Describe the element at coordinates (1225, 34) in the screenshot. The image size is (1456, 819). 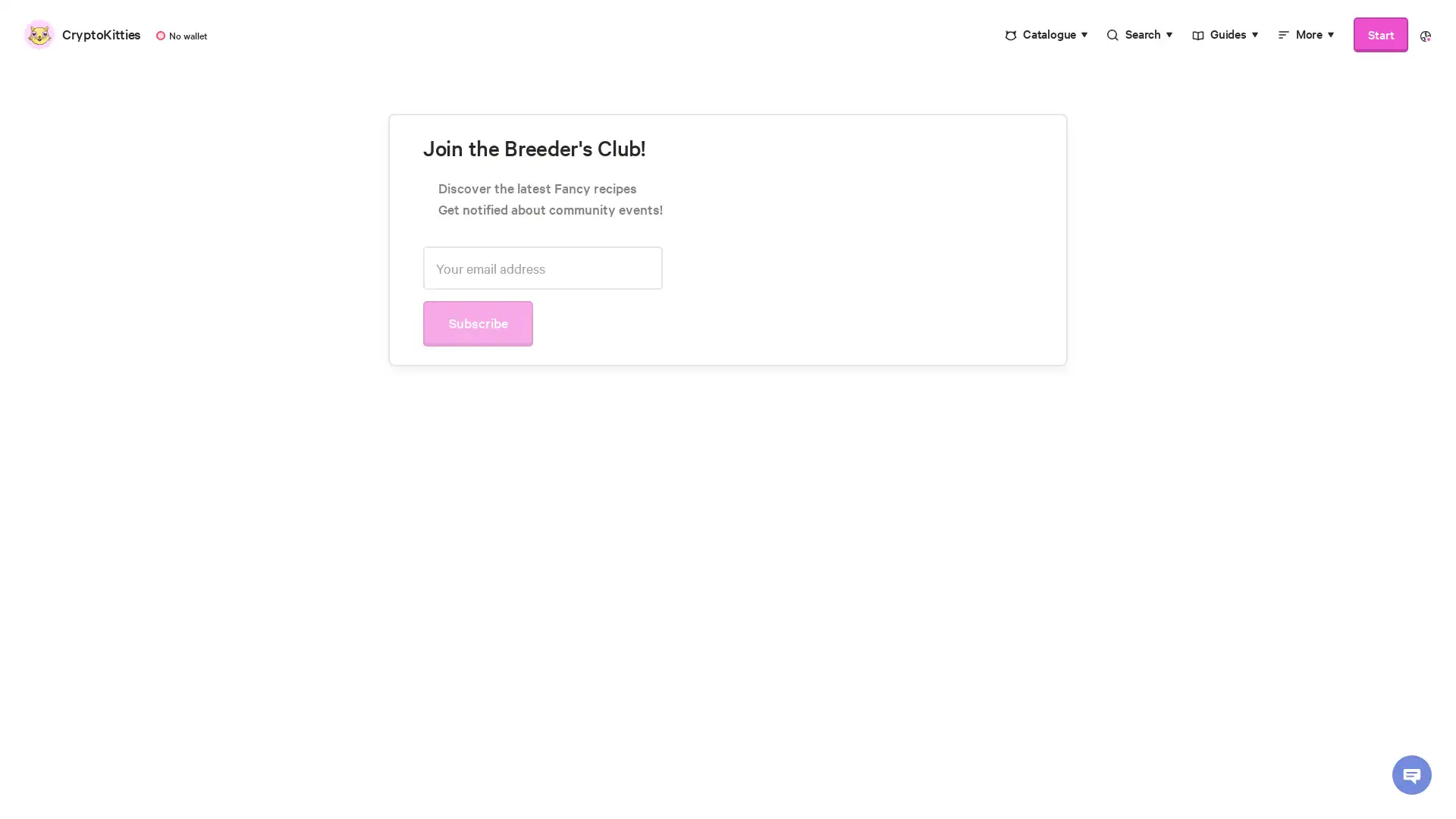
I see `Guides` at that location.